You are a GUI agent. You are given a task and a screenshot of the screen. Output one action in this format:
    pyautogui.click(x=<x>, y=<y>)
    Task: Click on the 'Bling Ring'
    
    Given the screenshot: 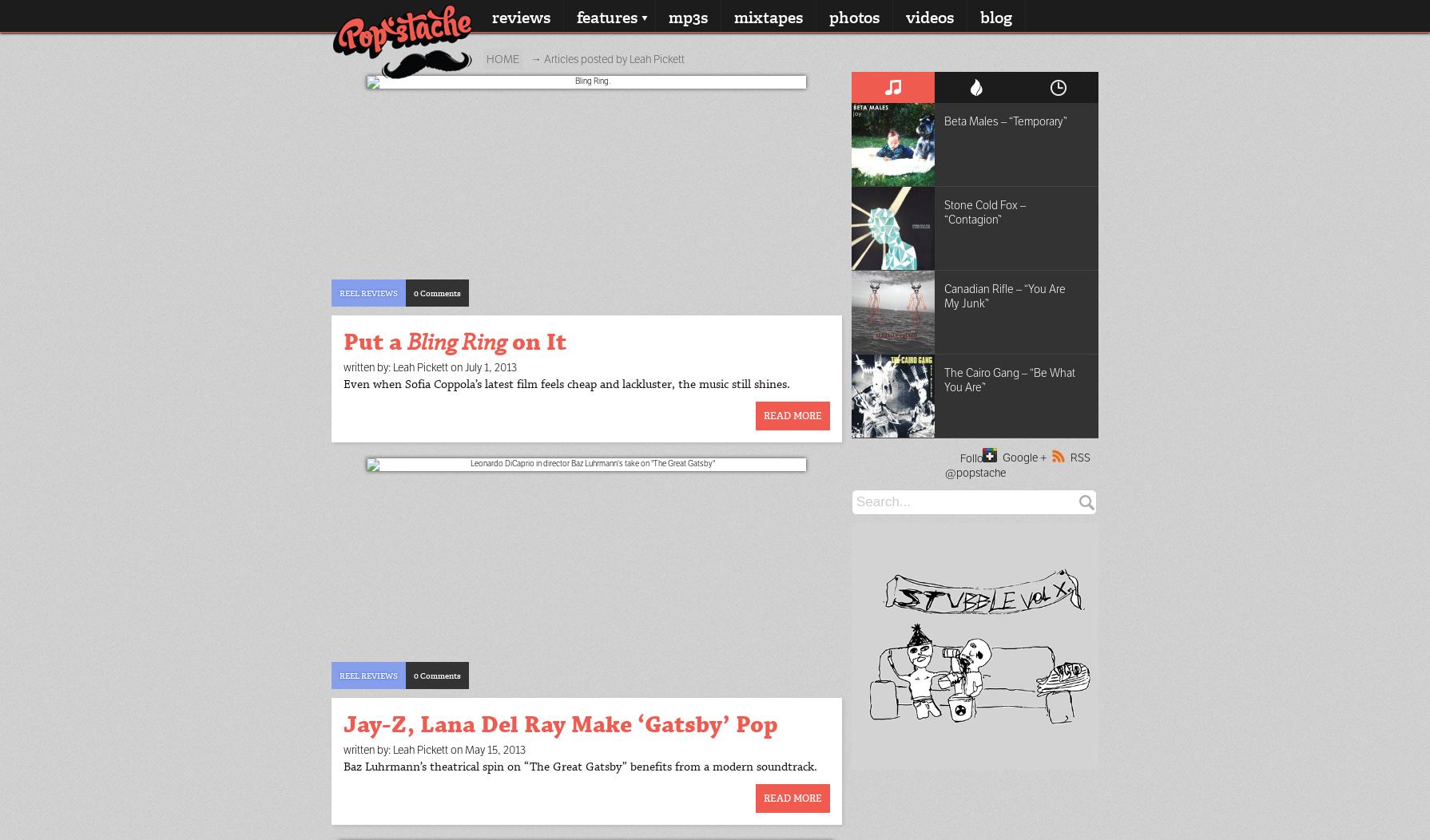 What is the action you would take?
    pyautogui.click(x=406, y=342)
    